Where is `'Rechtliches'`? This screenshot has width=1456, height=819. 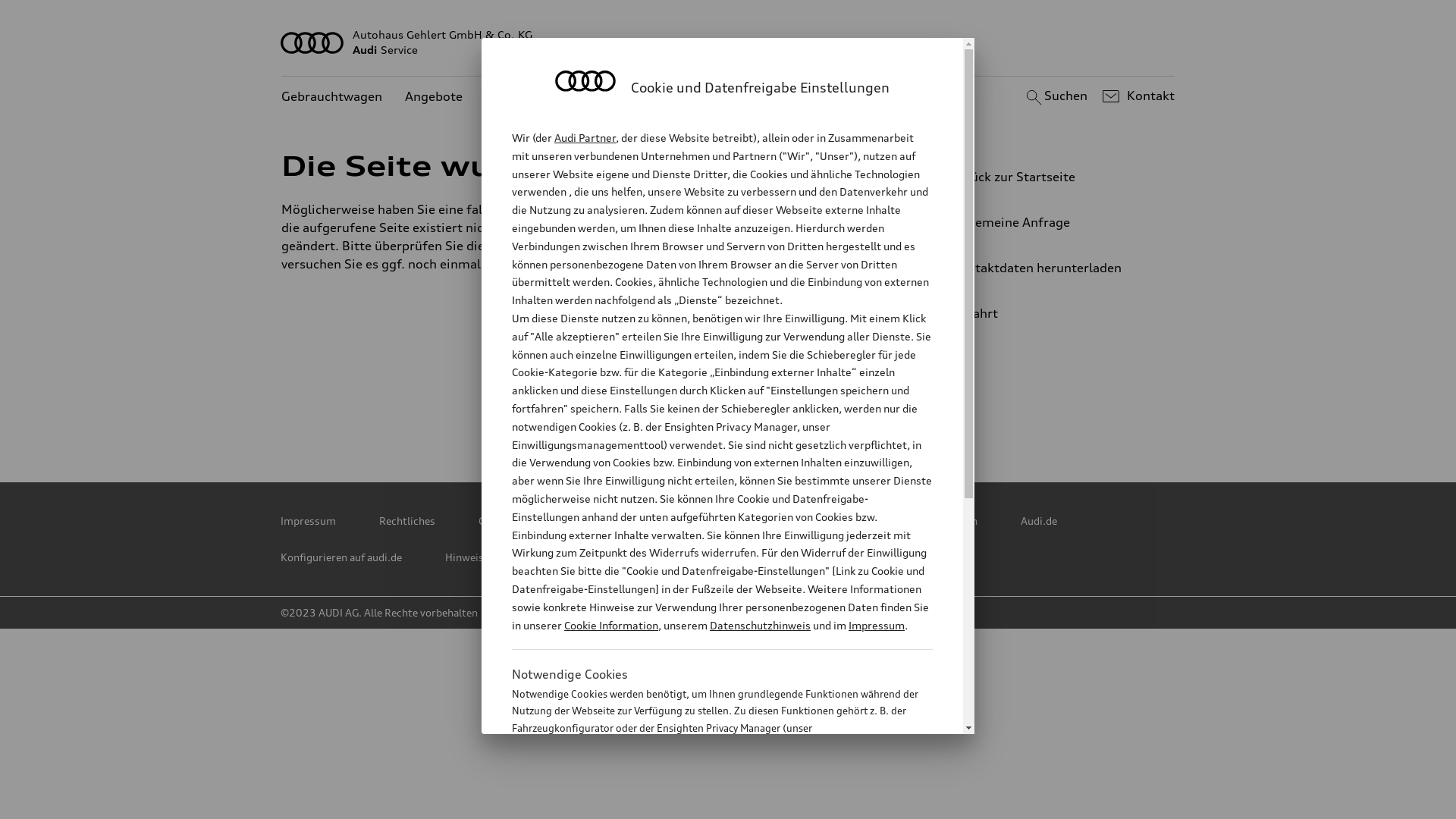
'Rechtliches' is located at coordinates (407, 519).